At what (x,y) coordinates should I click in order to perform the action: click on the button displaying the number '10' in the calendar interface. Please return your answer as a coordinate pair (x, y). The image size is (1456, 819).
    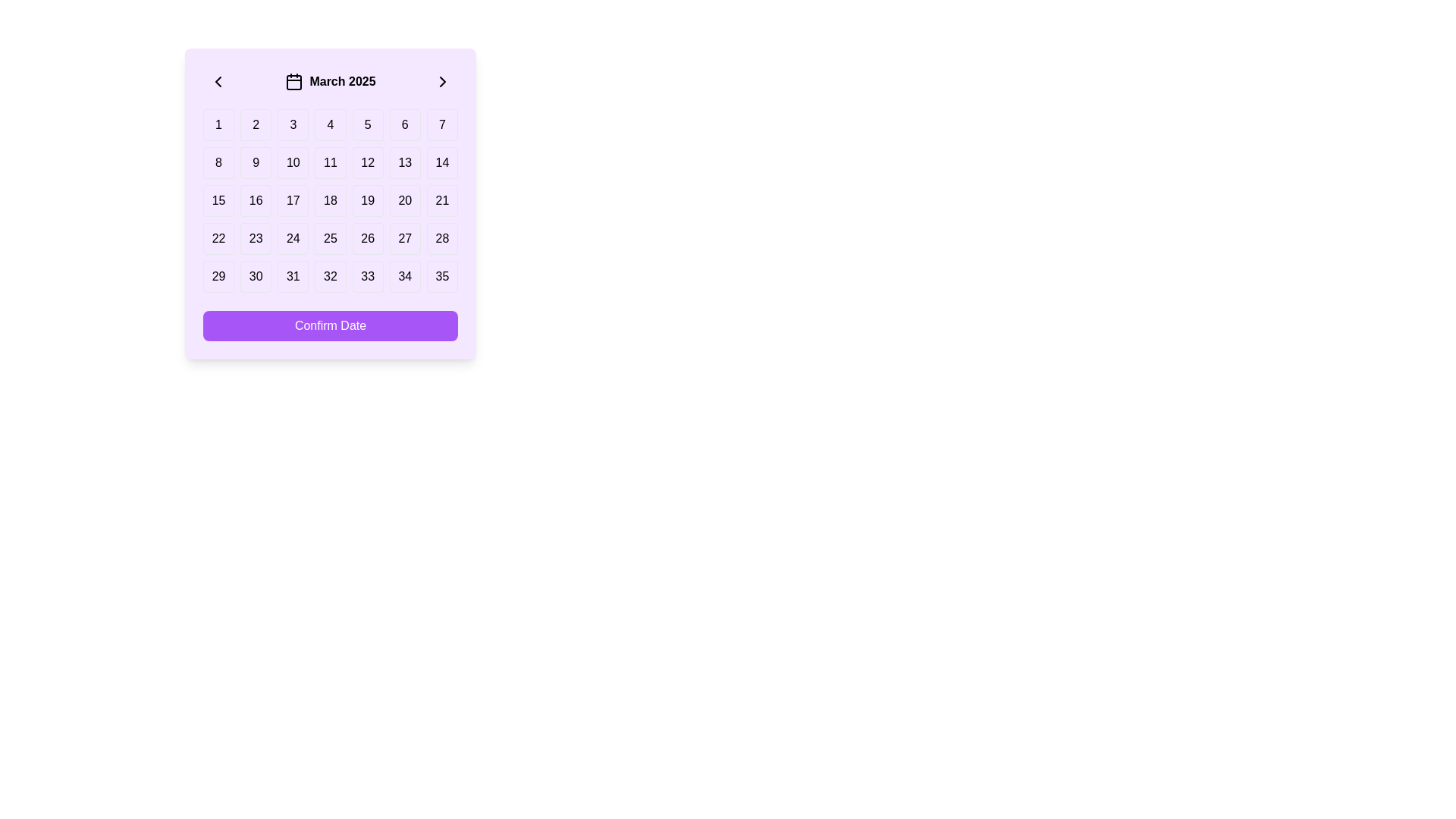
    Looking at the image, I should click on (293, 163).